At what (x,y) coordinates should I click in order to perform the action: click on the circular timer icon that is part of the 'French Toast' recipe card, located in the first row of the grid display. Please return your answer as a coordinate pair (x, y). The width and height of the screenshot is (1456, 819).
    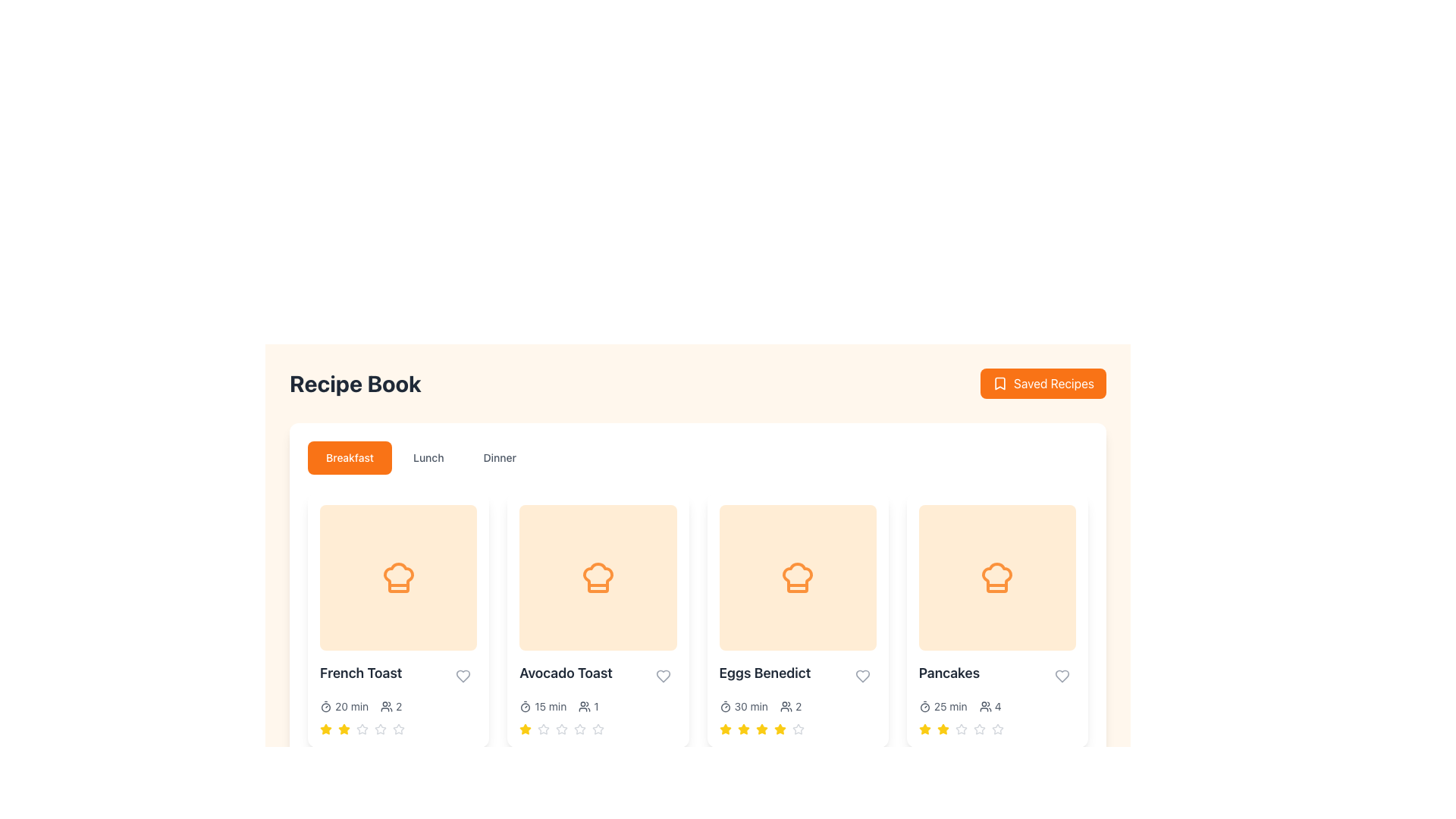
    Looking at the image, I should click on (325, 708).